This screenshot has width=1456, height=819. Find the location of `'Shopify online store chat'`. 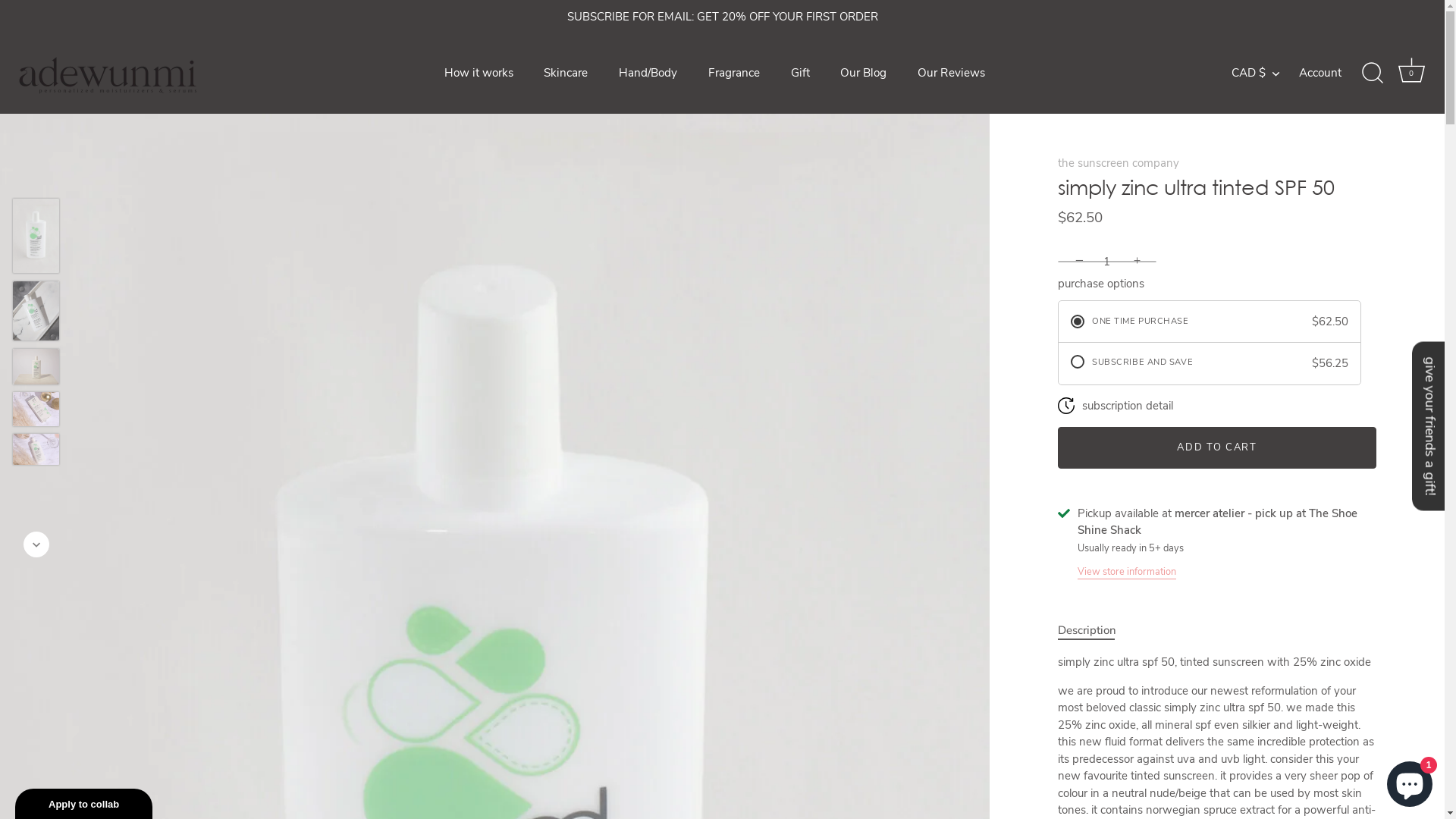

'Shopify online store chat' is located at coordinates (1408, 780).